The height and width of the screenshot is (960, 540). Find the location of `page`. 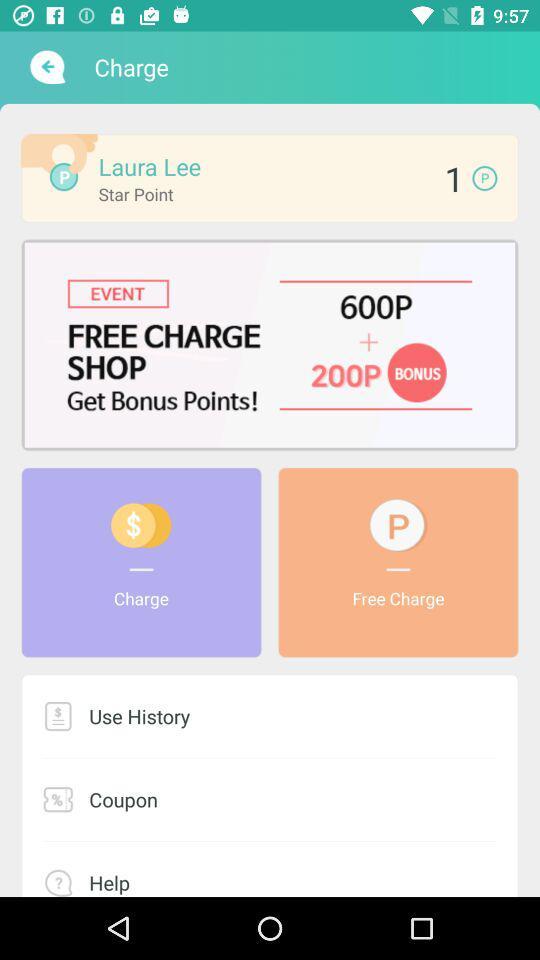

page is located at coordinates (270, 345).